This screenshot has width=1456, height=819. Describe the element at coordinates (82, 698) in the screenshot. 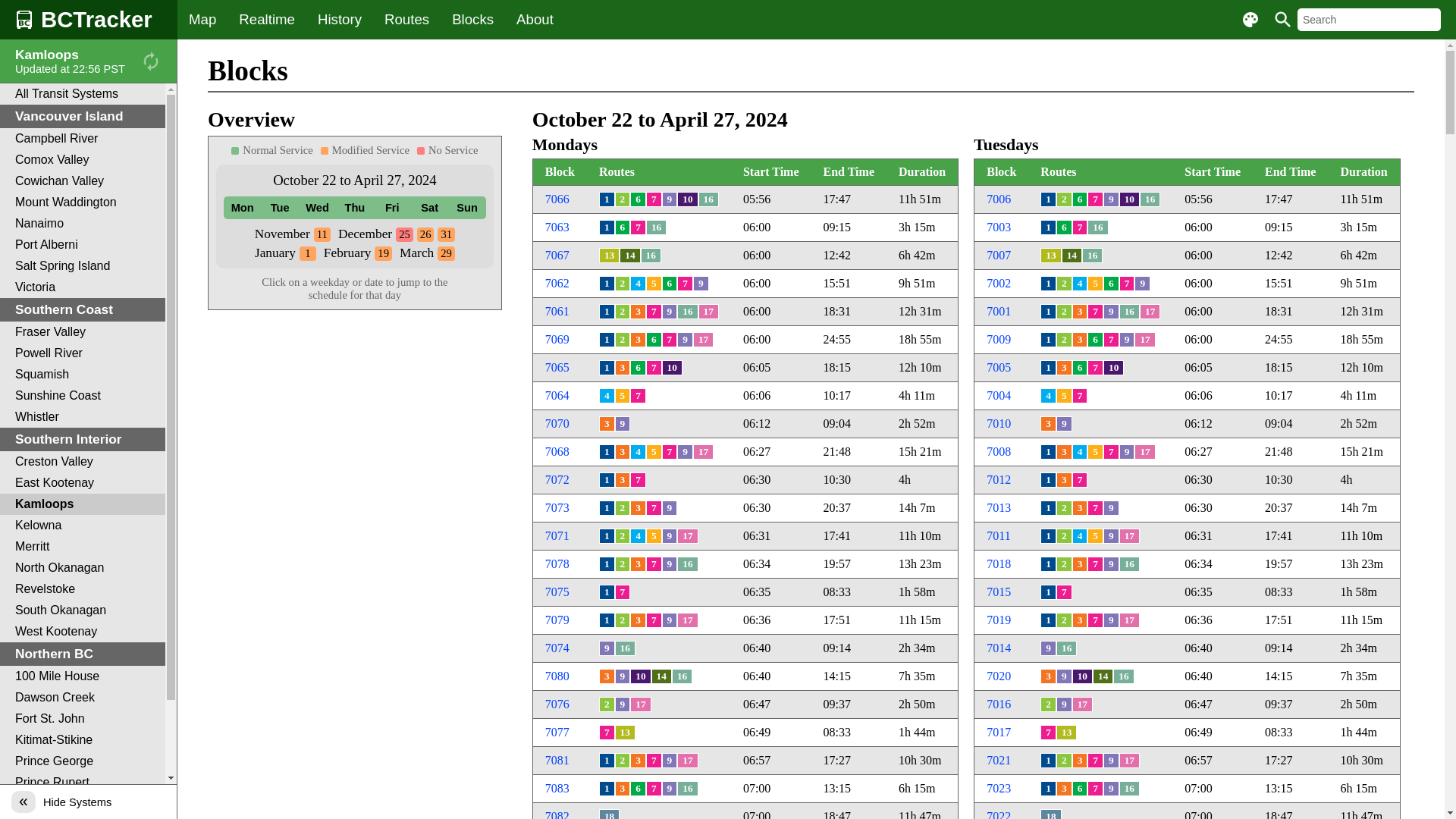

I see `'Dawson Creek'` at that location.